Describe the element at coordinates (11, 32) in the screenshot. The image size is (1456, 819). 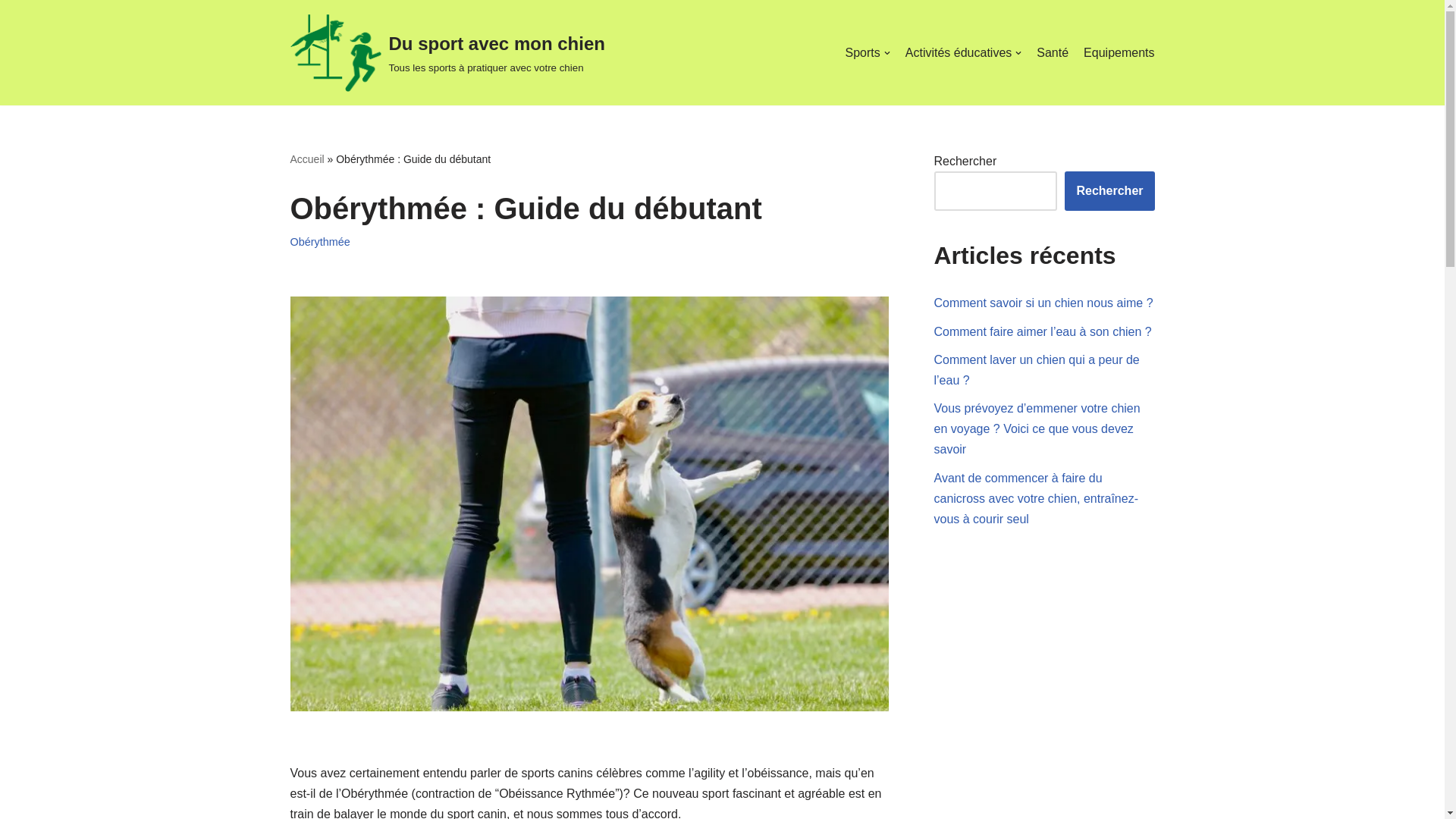
I see `'Aller au contenu'` at that location.